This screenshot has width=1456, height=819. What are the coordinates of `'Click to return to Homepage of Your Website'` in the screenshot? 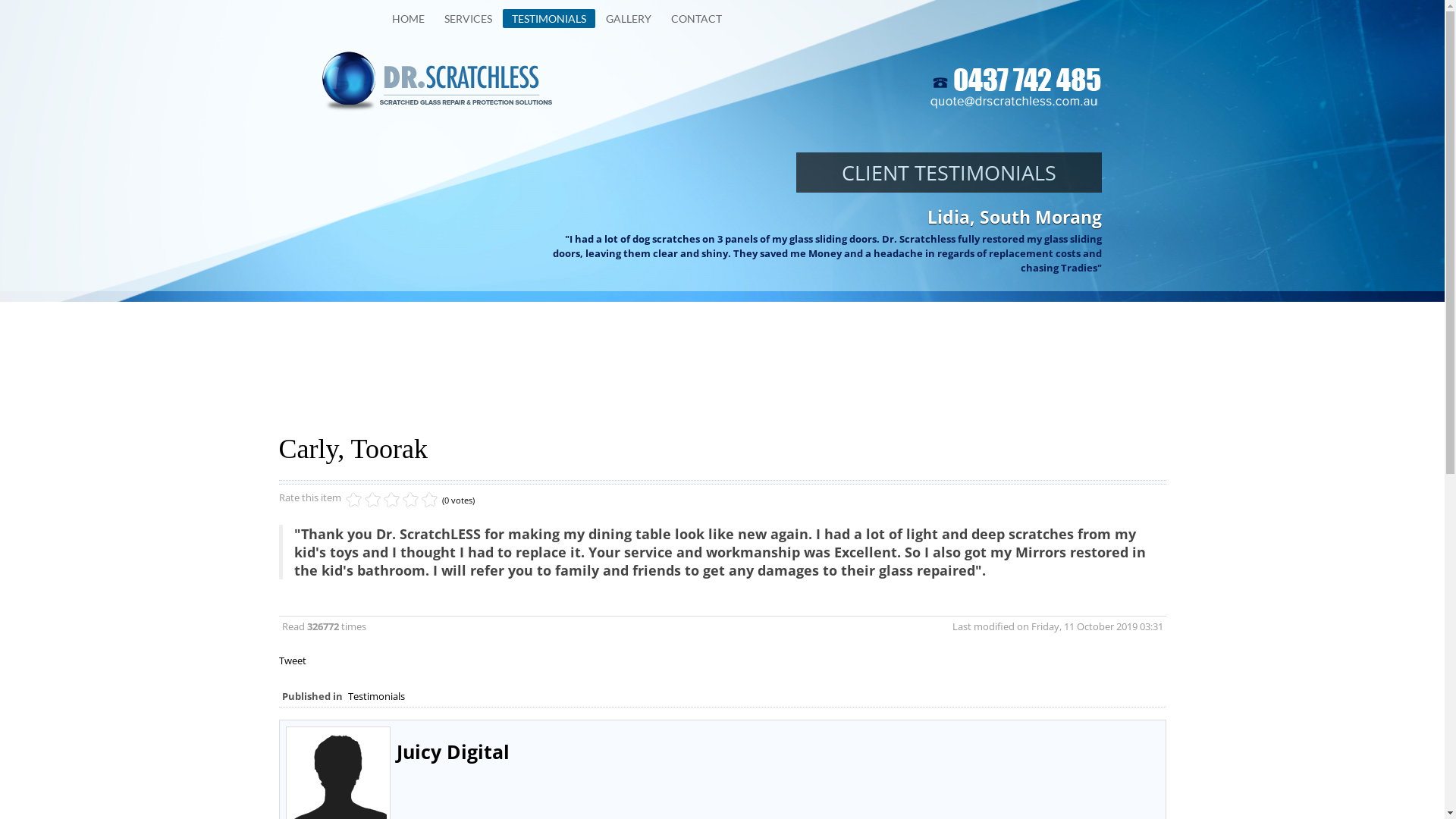 It's located at (437, 81).